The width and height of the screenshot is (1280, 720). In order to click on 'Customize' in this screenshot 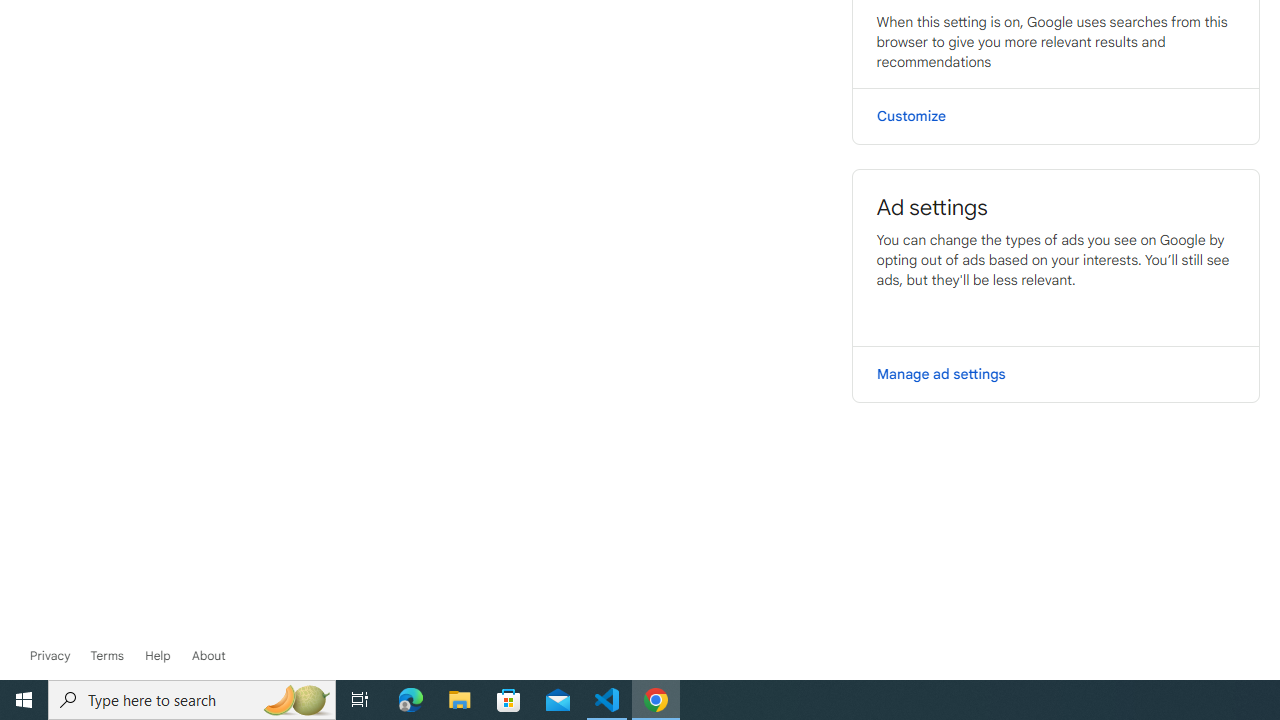, I will do `click(1055, 116)`.